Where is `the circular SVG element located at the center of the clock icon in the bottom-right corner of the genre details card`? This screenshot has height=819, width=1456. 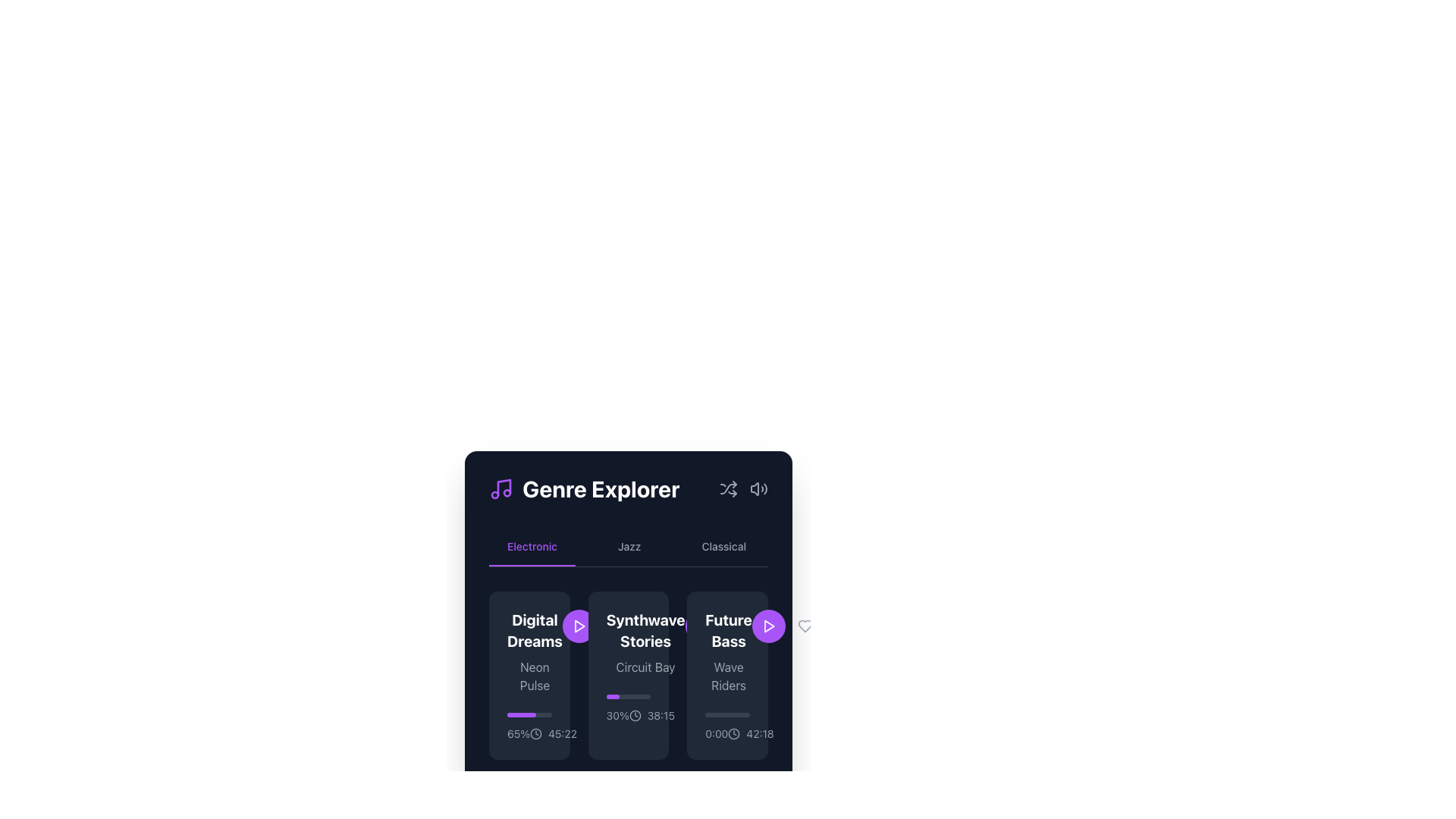
the circular SVG element located at the center of the clock icon in the bottom-right corner of the genre details card is located at coordinates (635, 716).